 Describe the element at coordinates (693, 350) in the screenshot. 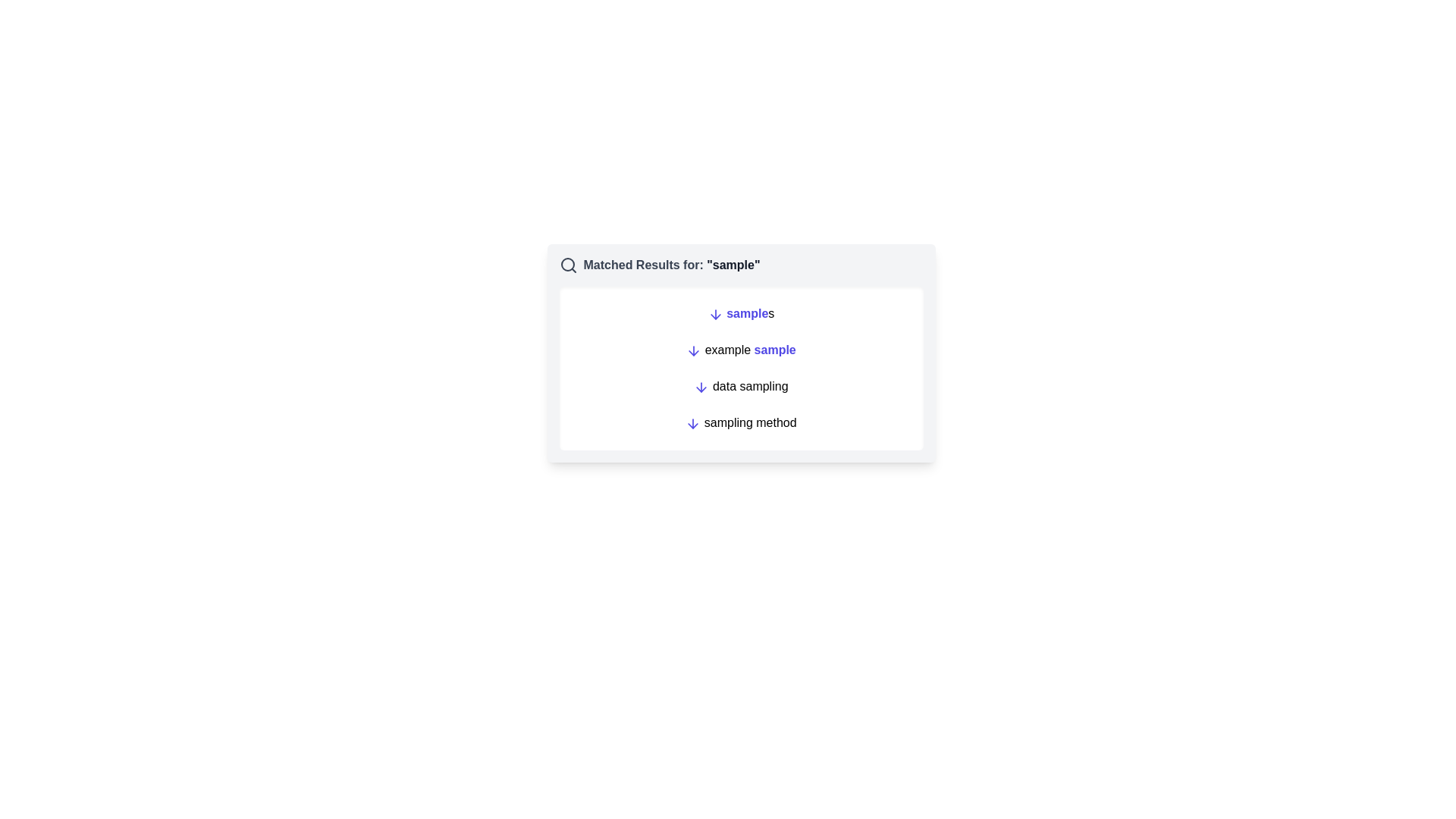

I see `the arrow icon located immediately to the left of the text 'example sample'` at that location.